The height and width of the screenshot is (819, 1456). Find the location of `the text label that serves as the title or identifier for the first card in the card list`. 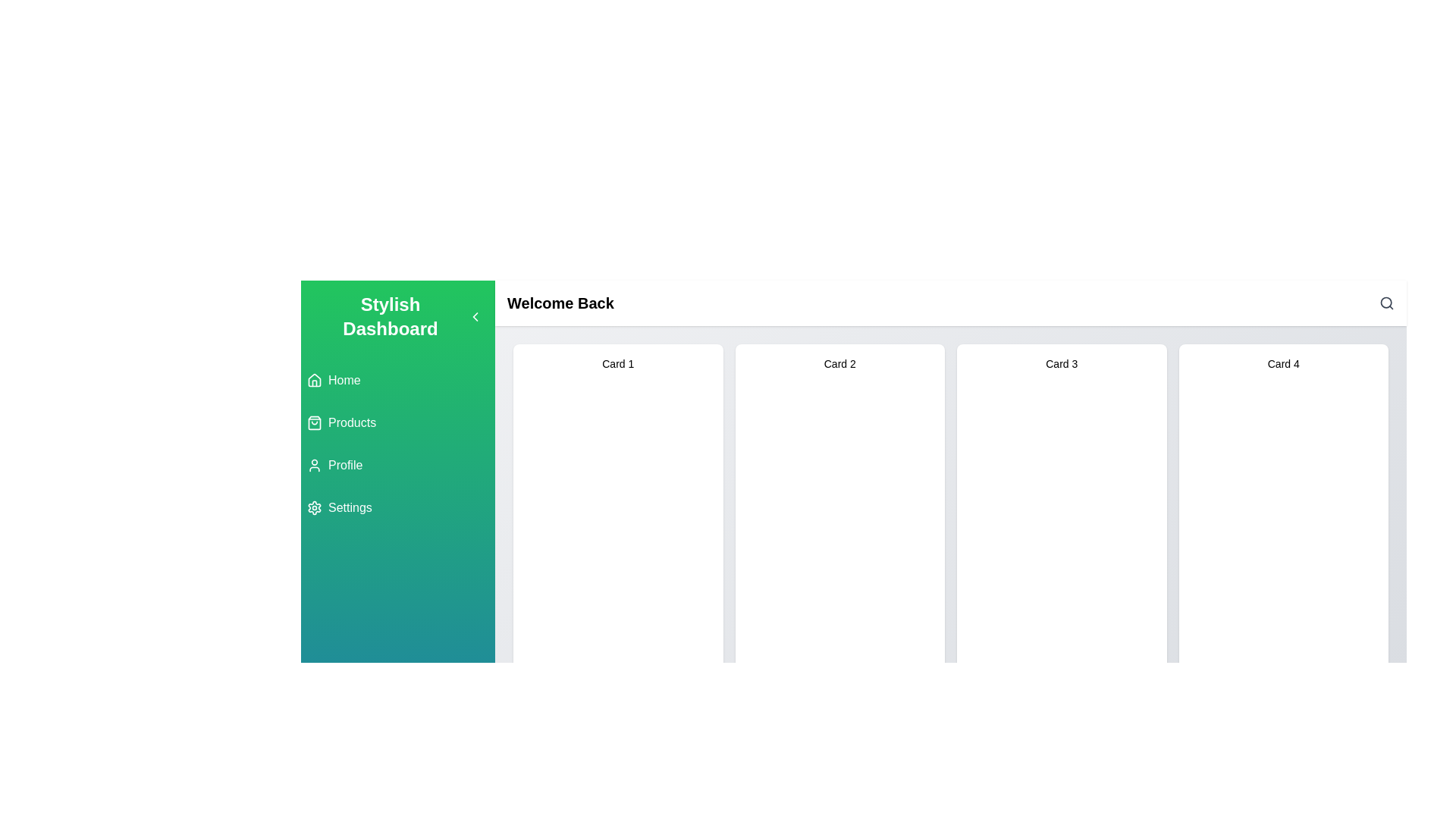

the text label that serves as the title or identifier for the first card in the card list is located at coordinates (618, 363).